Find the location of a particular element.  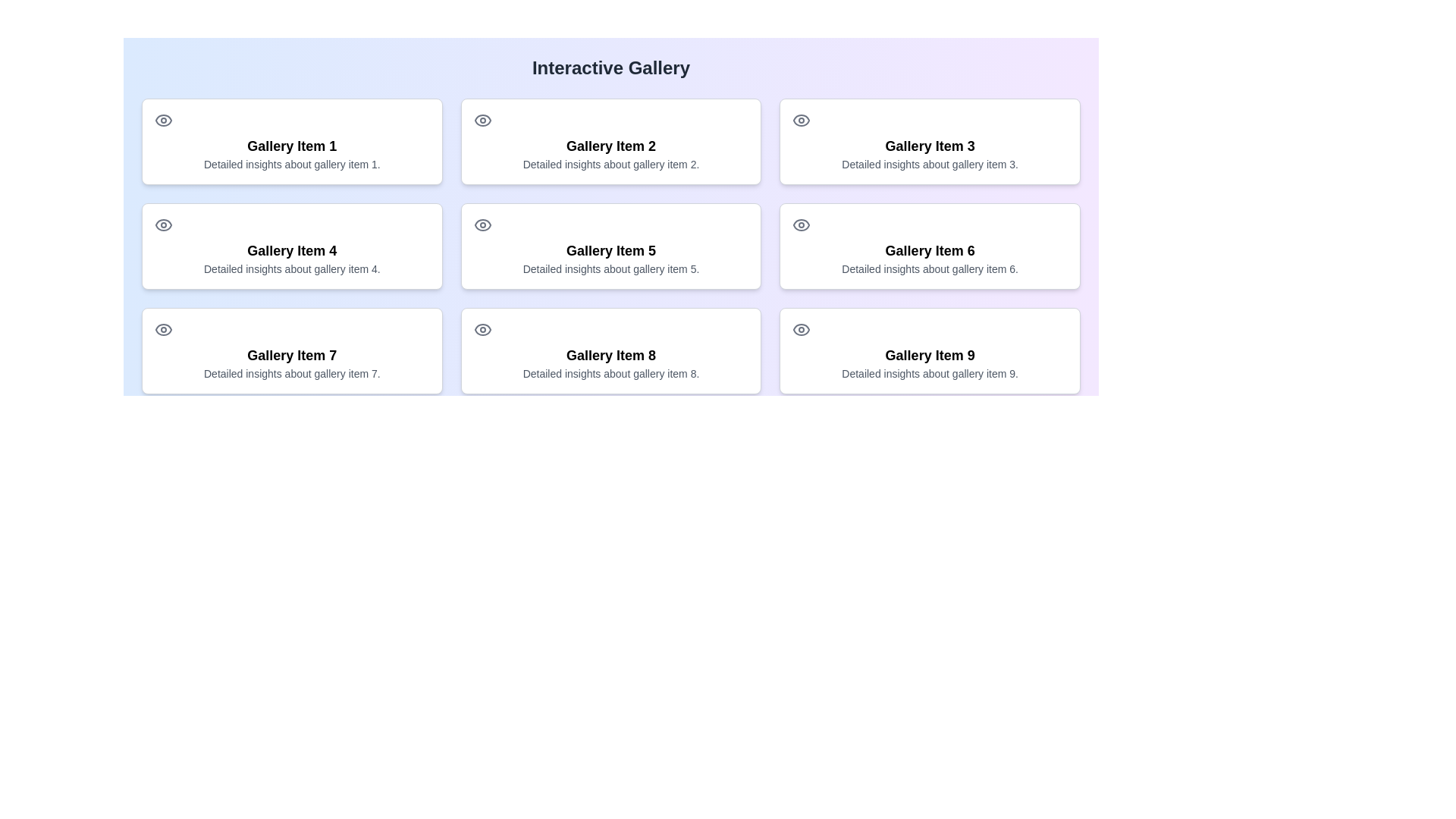

the eye icon in the top-left corner of the first gallery card labeled 'Gallery Item 1', which is styled in monochrome gray and has rounded curves is located at coordinates (164, 119).